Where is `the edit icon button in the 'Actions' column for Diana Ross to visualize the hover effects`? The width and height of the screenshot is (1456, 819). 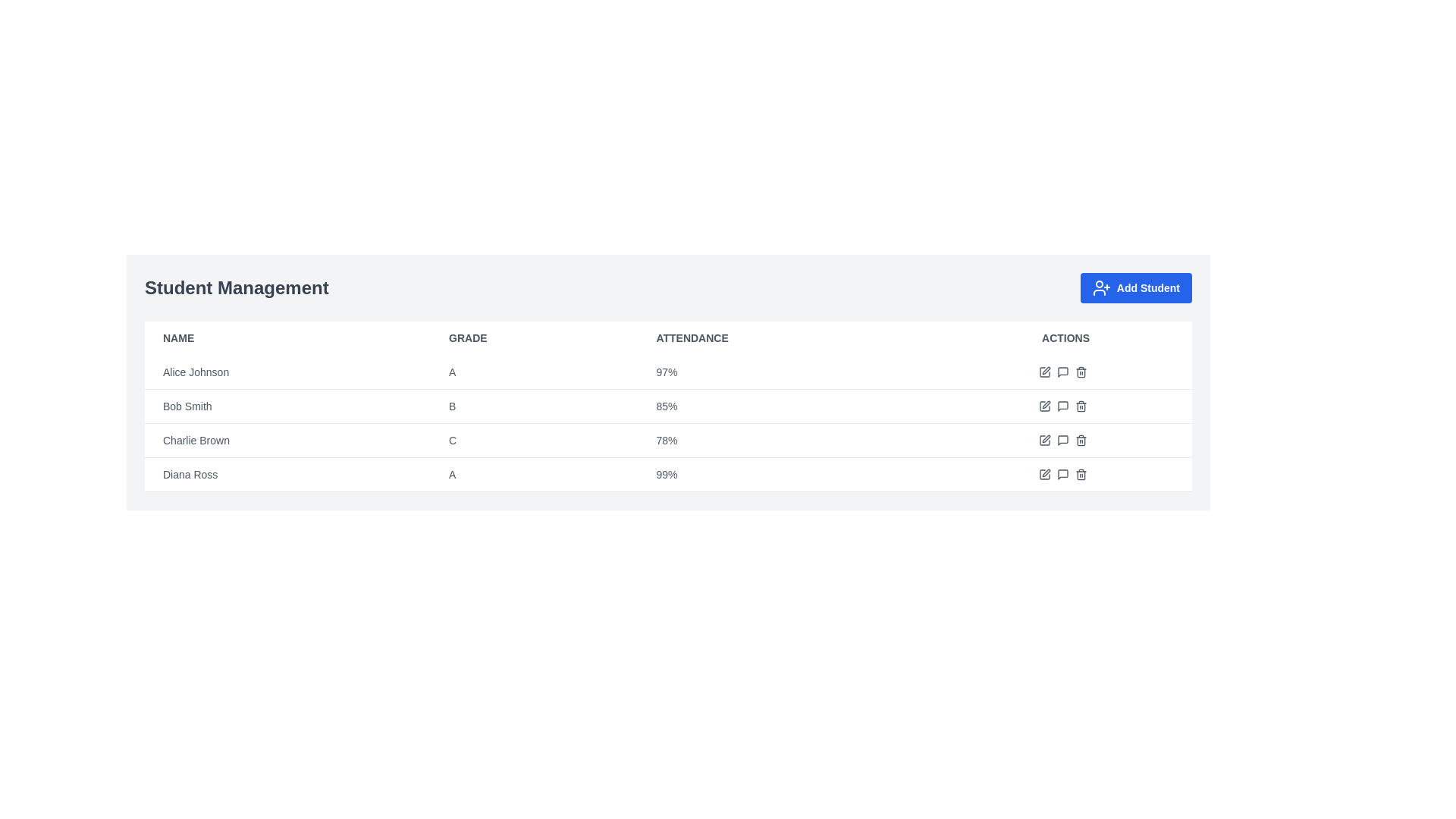 the edit icon button in the 'Actions' column for Diana Ross to visualize the hover effects is located at coordinates (1043, 473).